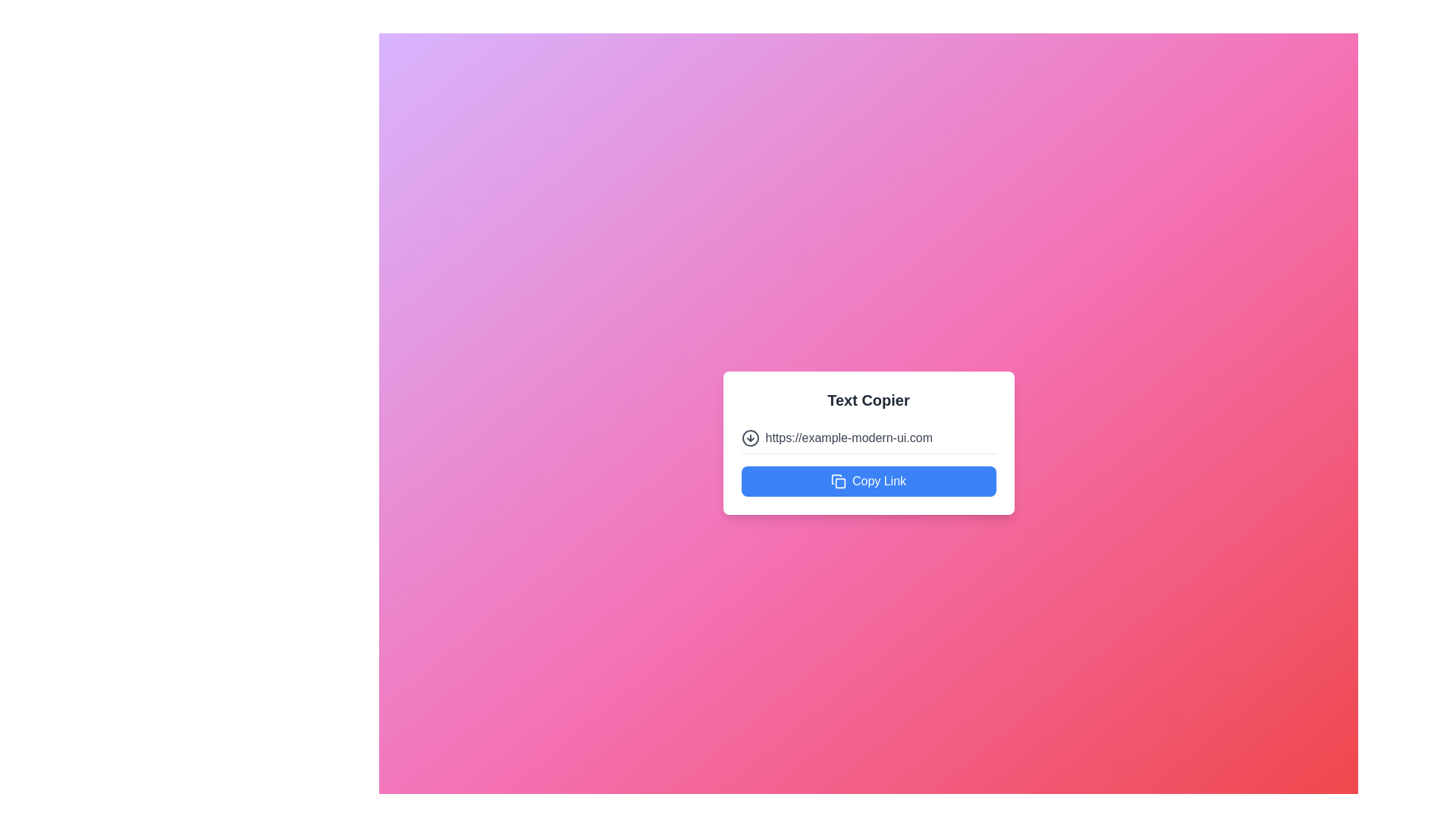 Image resolution: width=1456 pixels, height=819 pixels. I want to click on the text label reading 'Text Copier', which is styled in bold and large font, positioned at the top-center of the card's content area, so click(868, 399).